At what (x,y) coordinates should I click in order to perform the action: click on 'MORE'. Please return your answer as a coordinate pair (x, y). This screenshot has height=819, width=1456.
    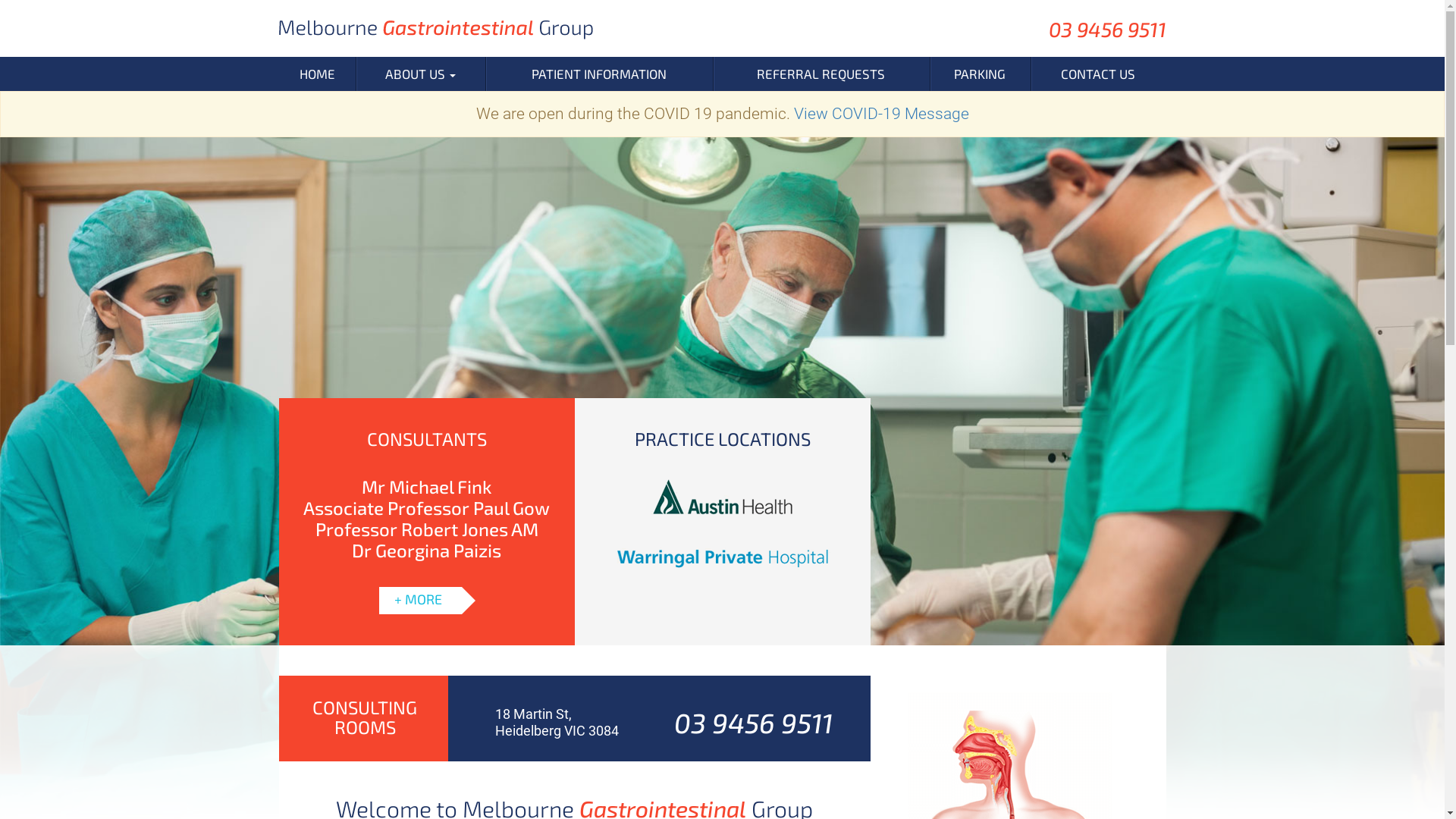
    Looking at the image, I should click on (425, 593).